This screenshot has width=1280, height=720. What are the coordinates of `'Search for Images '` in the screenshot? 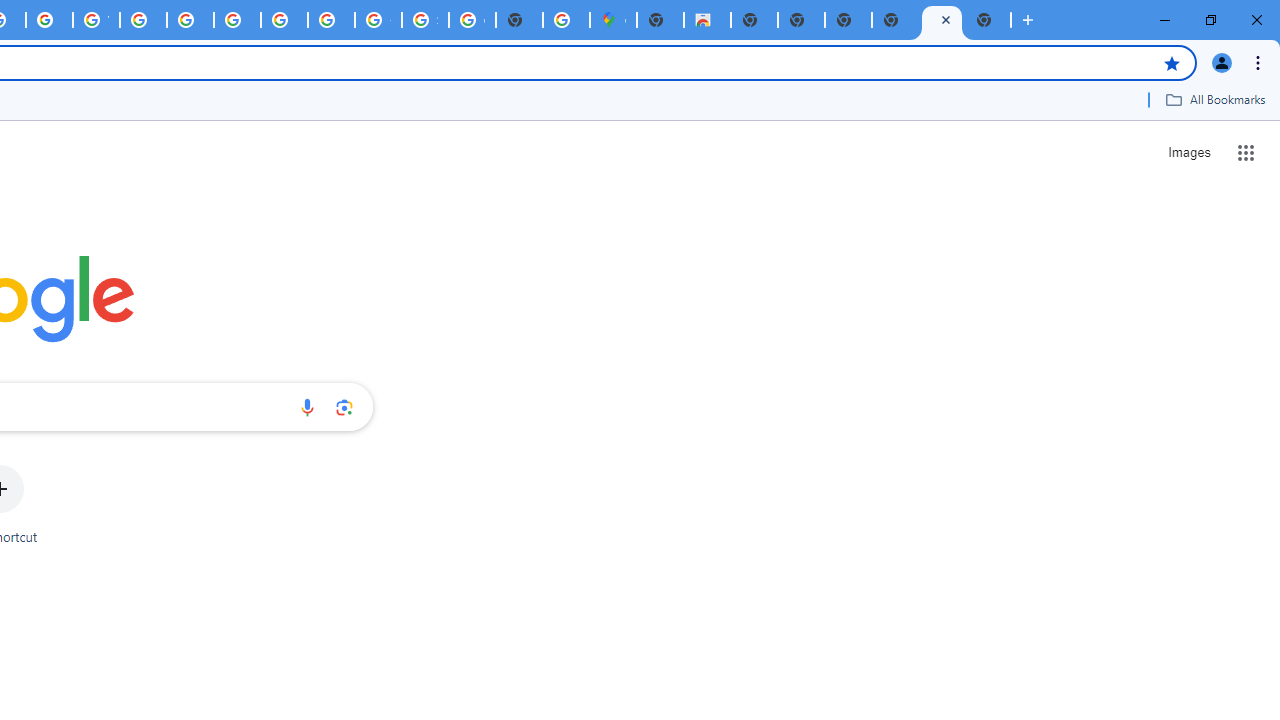 It's located at (1189, 152).